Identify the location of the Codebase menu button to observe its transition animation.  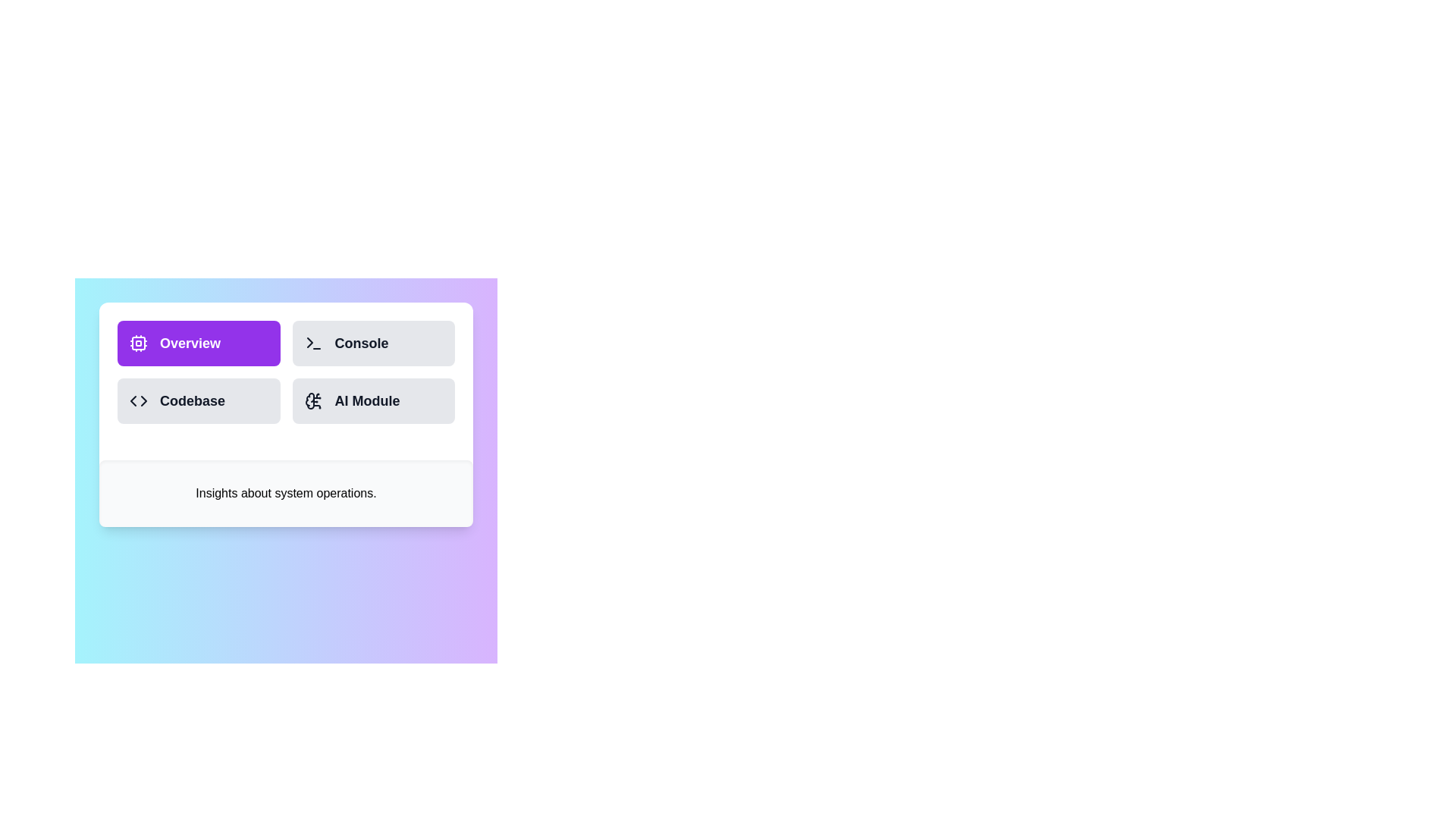
(198, 400).